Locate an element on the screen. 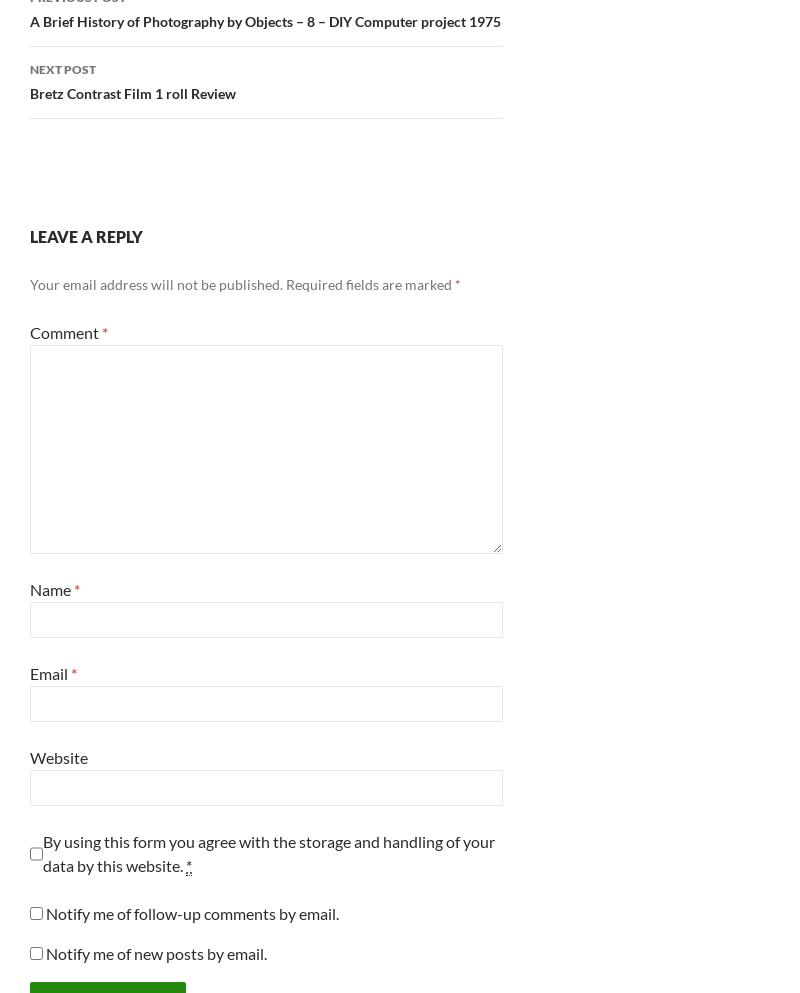  'Your email address will not be published.' is located at coordinates (156, 283).